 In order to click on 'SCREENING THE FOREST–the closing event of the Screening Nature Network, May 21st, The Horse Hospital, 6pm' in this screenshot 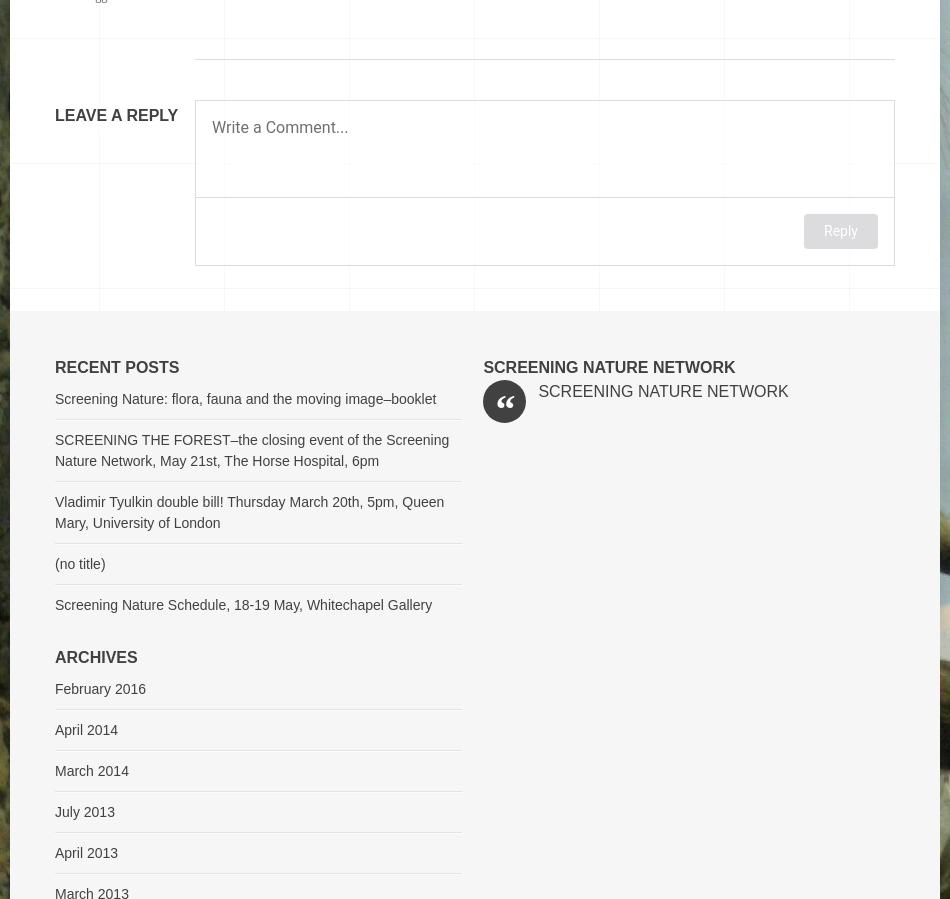, I will do `click(251, 449)`.